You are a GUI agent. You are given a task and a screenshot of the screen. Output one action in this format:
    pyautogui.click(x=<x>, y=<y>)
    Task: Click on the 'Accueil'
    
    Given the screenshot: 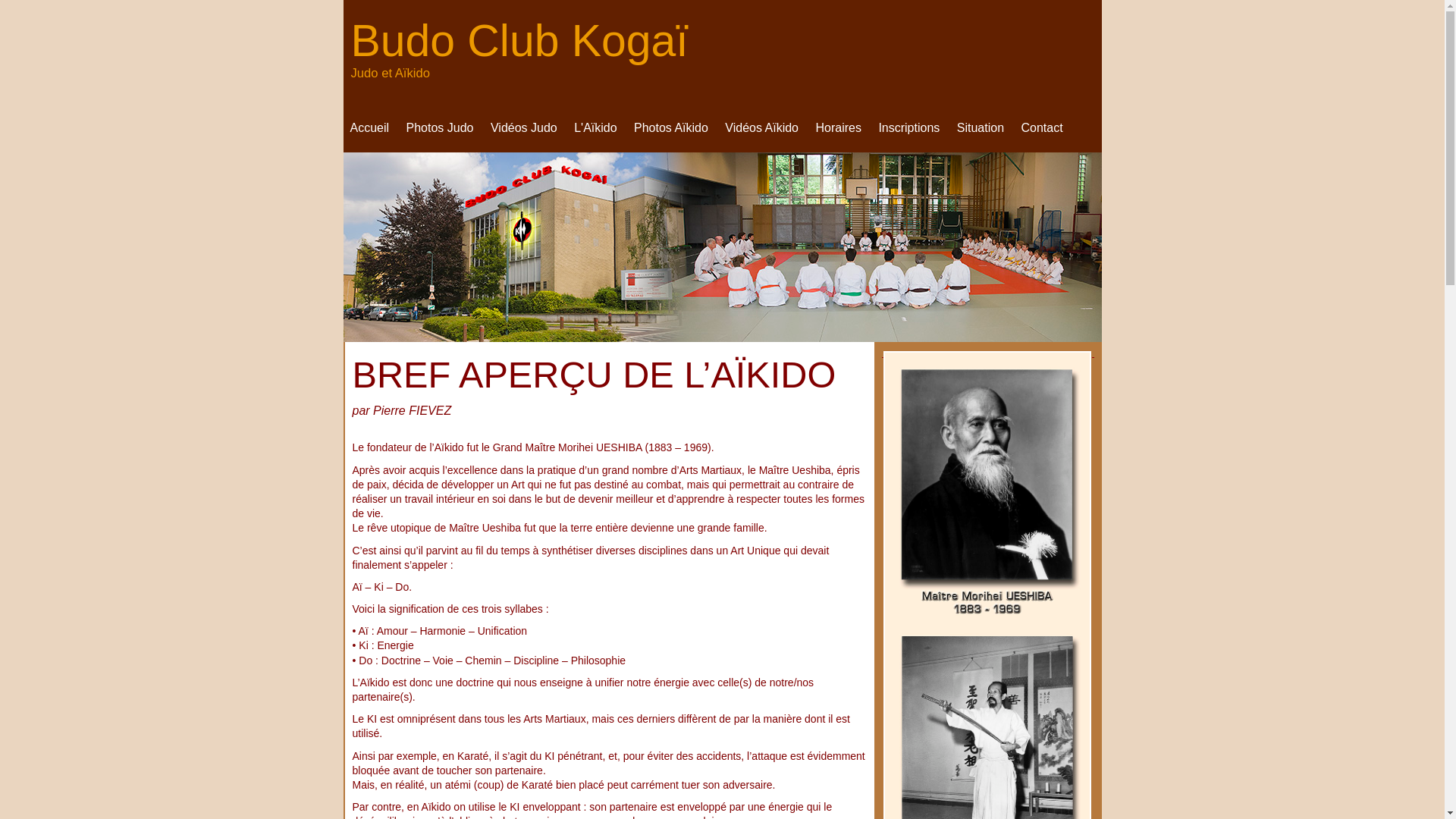 What is the action you would take?
    pyautogui.click(x=369, y=124)
    